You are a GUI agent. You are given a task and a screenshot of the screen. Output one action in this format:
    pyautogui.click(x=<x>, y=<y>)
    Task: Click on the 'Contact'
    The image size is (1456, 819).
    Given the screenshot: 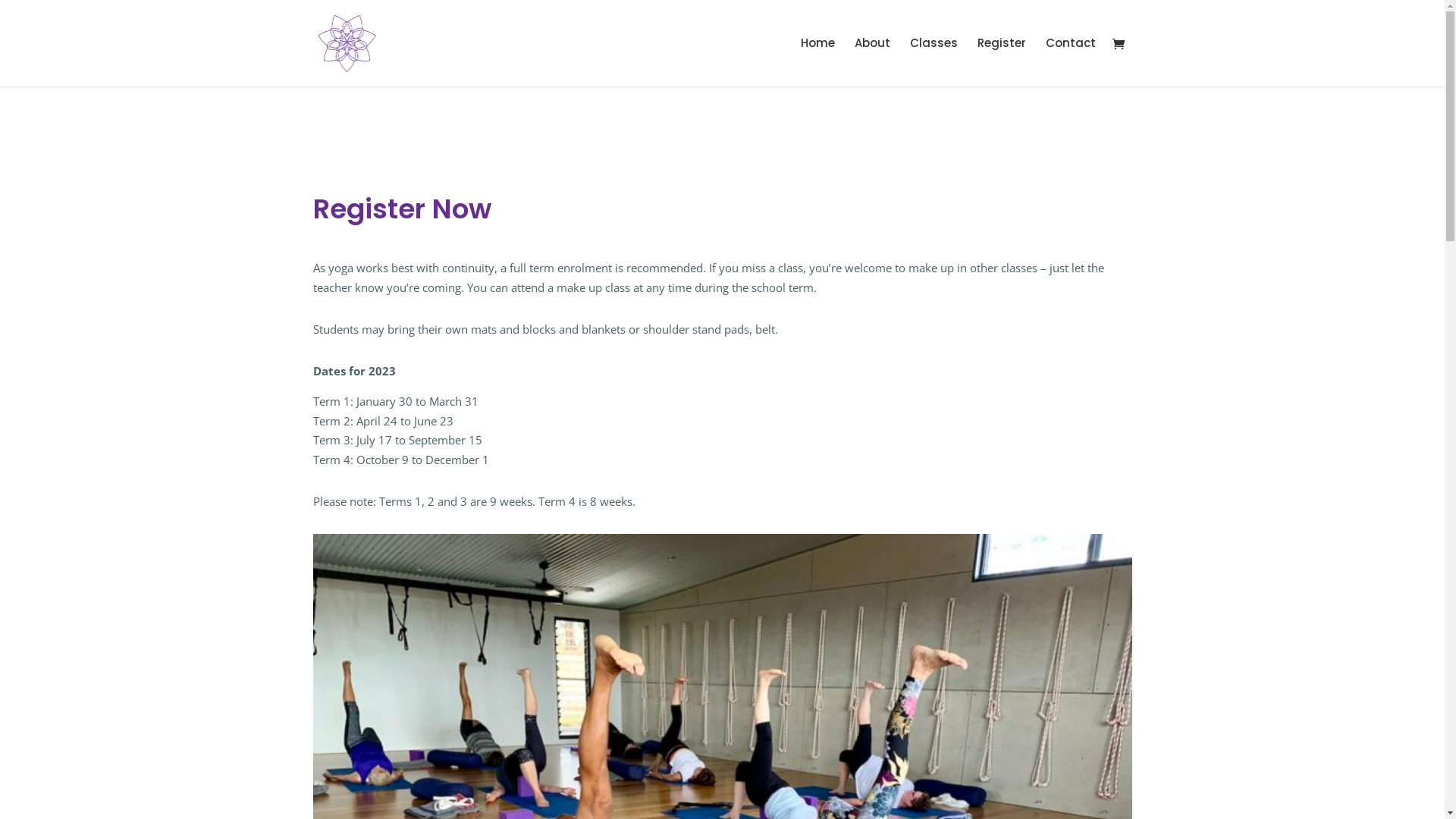 What is the action you would take?
    pyautogui.click(x=1069, y=61)
    